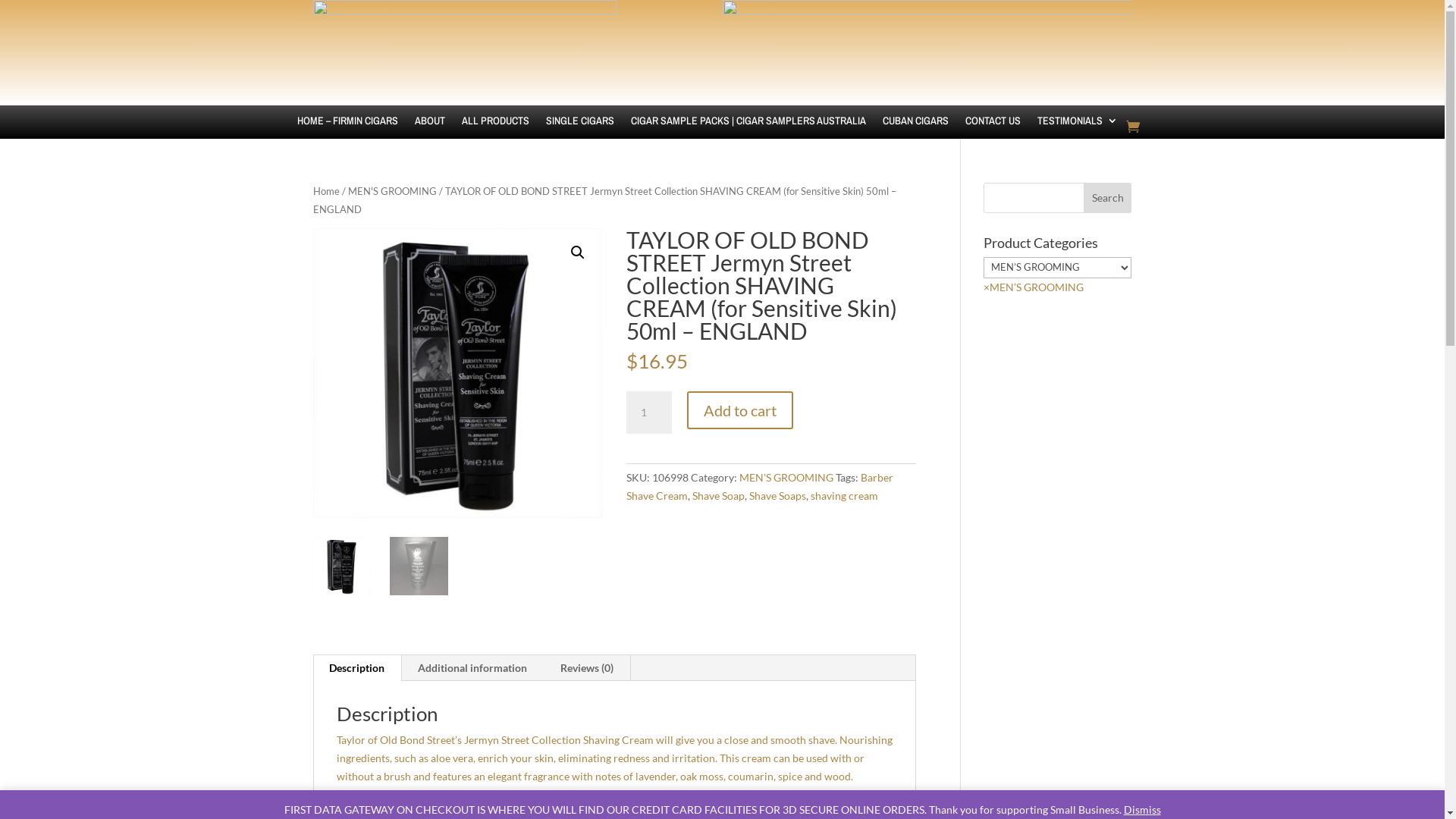  I want to click on 'Shave Soaps', so click(777, 495).